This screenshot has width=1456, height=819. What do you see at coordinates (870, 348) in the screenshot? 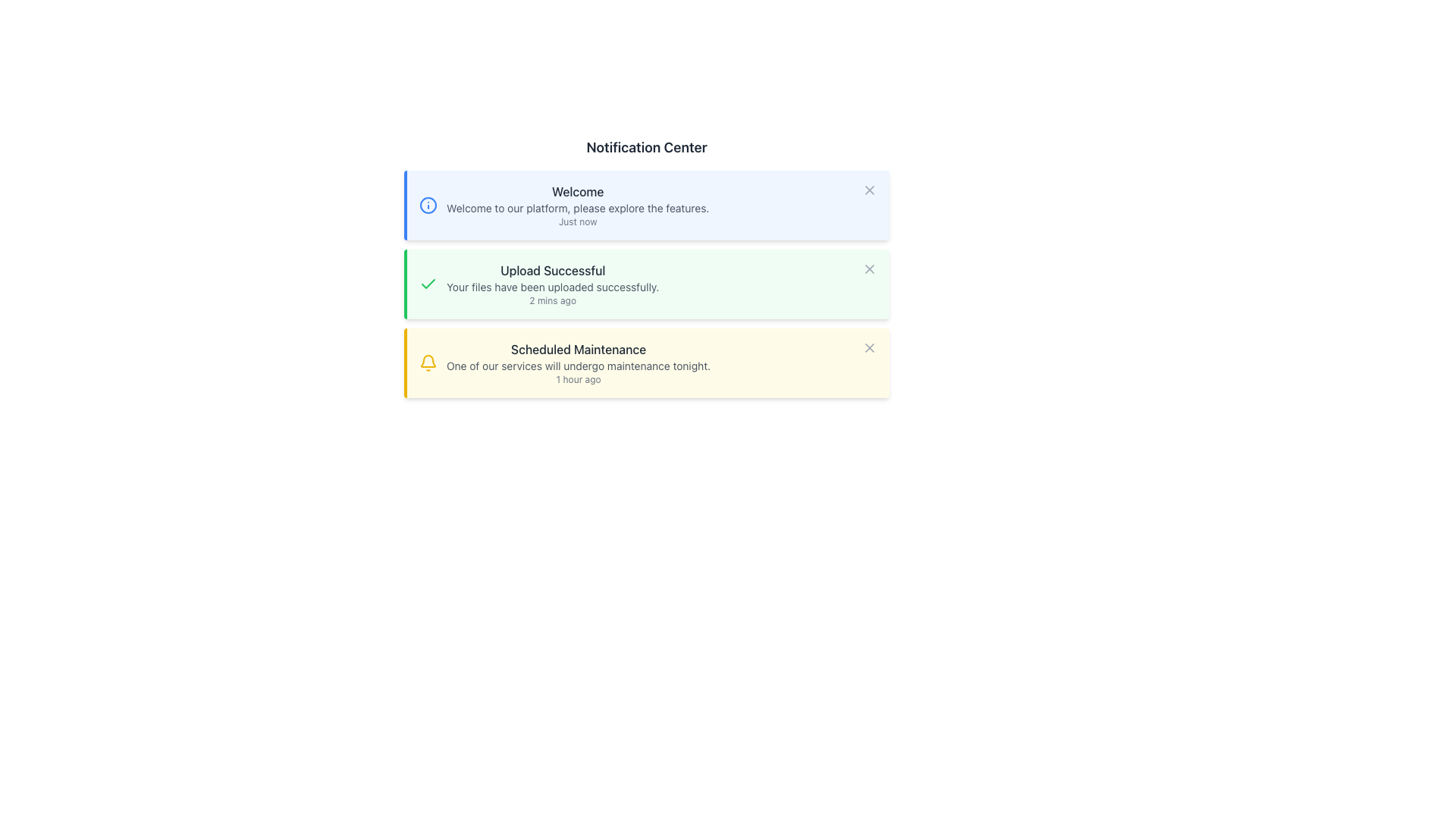
I see `the close button 'X' located at the top-right corner of the notification box labeled 'Scheduled Maintenance'` at bounding box center [870, 348].